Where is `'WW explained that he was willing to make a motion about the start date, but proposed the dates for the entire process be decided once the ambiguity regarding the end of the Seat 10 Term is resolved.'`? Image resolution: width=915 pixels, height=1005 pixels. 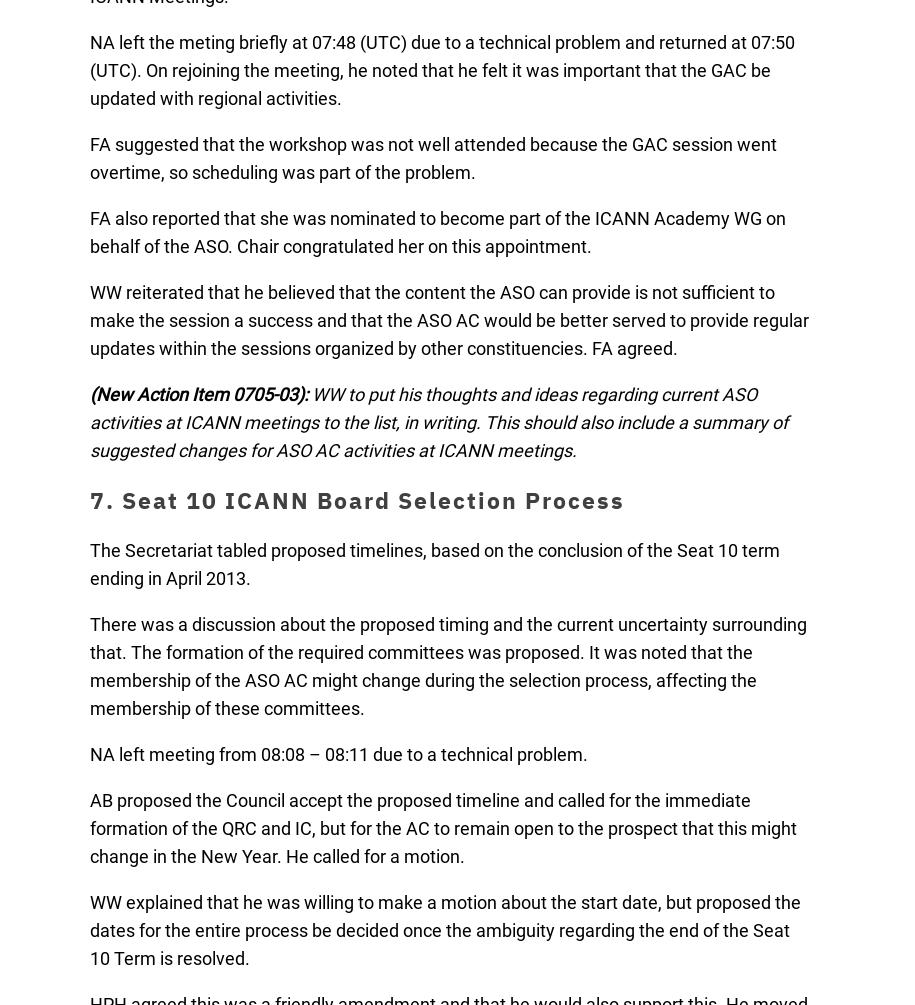
'WW explained that he was willing to make a motion about the start date, but proposed the dates for the entire process be decided once the ambiguity regarding the end of the Seat 10 Term is resolved.' is located at coordinates (445, 929).